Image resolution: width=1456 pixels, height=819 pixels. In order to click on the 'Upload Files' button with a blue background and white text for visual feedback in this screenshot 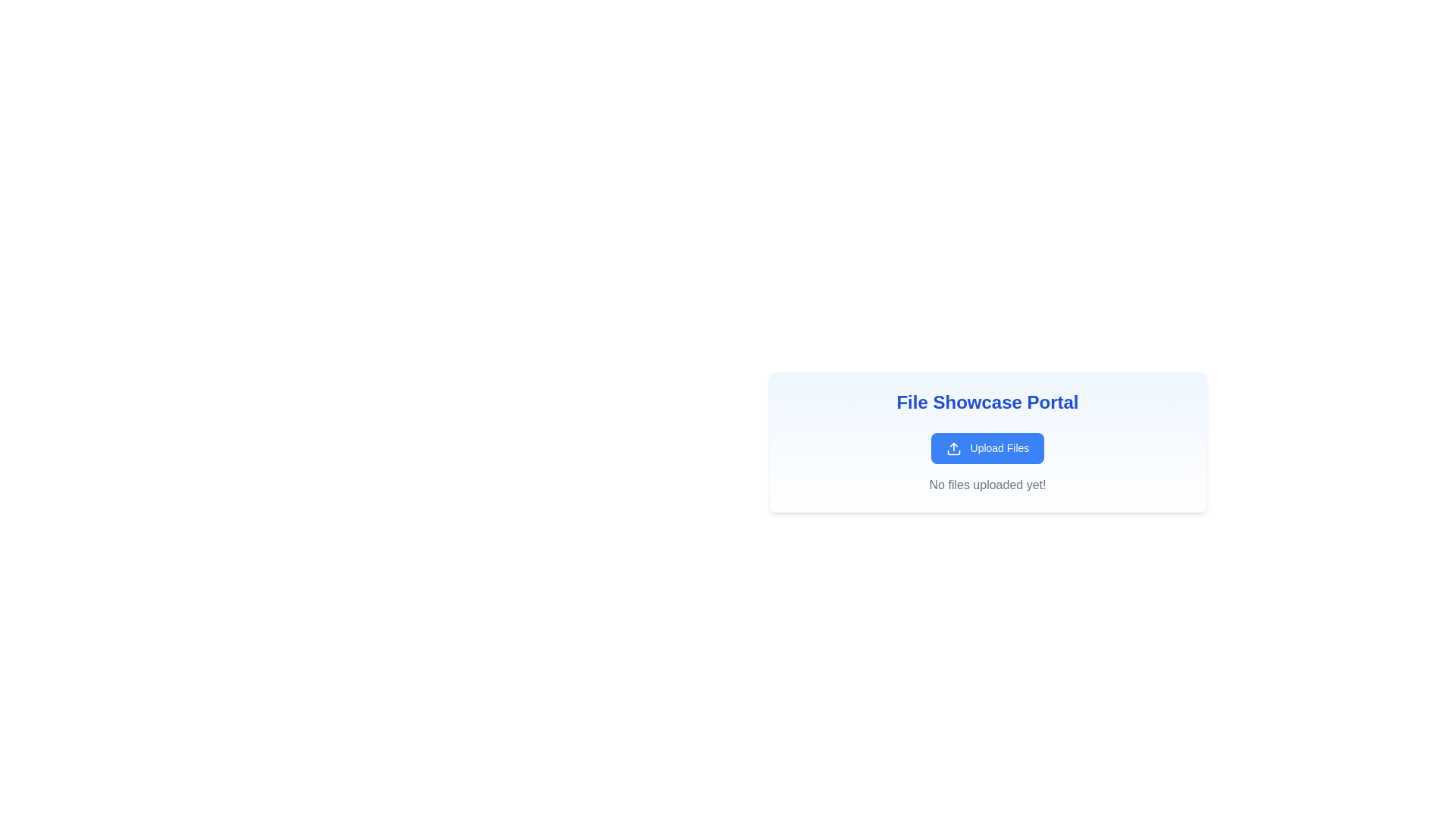, I will do `click(987, 447)`.